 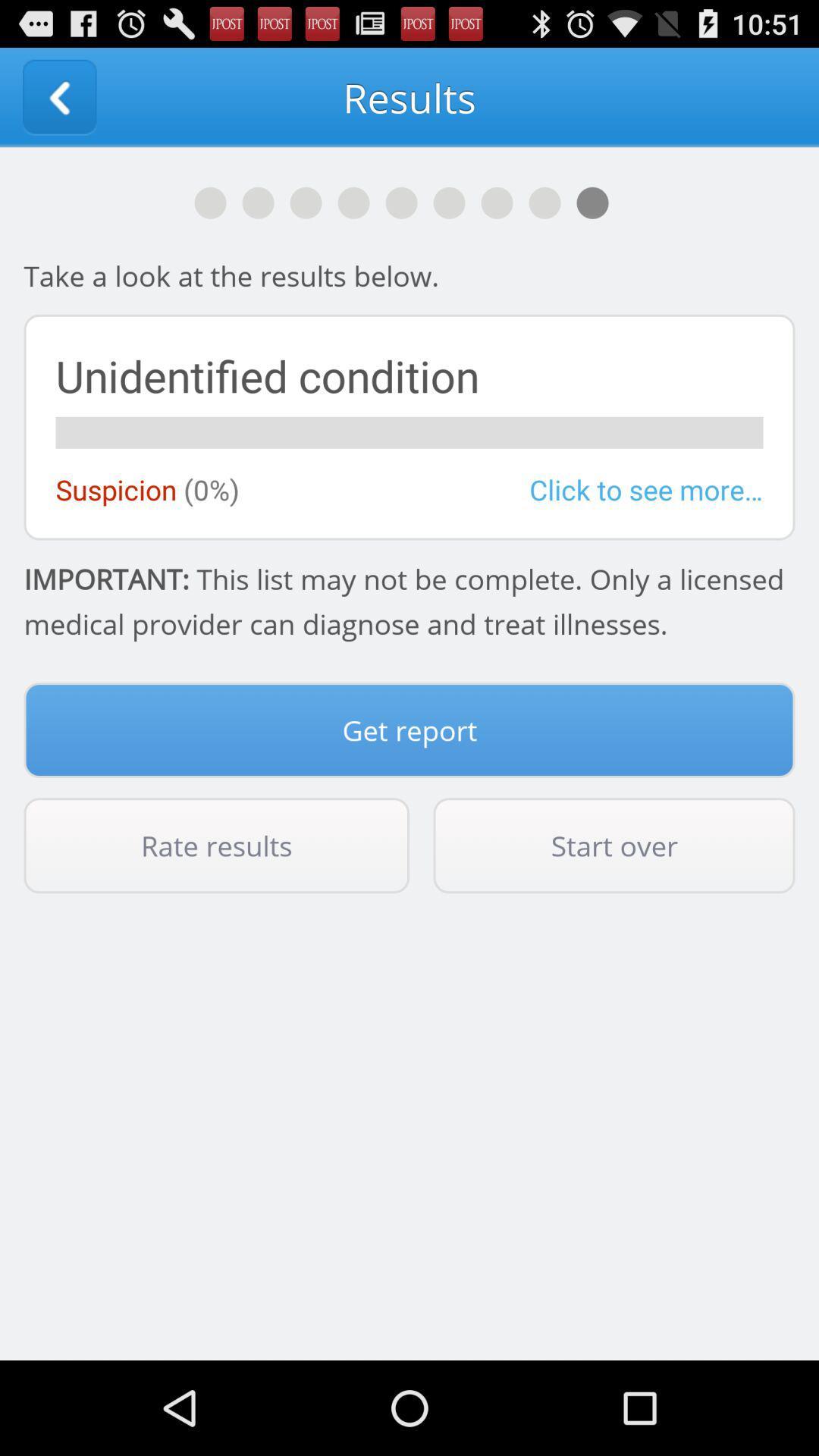 What do you see at coordinates (58, 96) in the screenshot?
I see `icon next to the results` at bounding box center [58, 96].